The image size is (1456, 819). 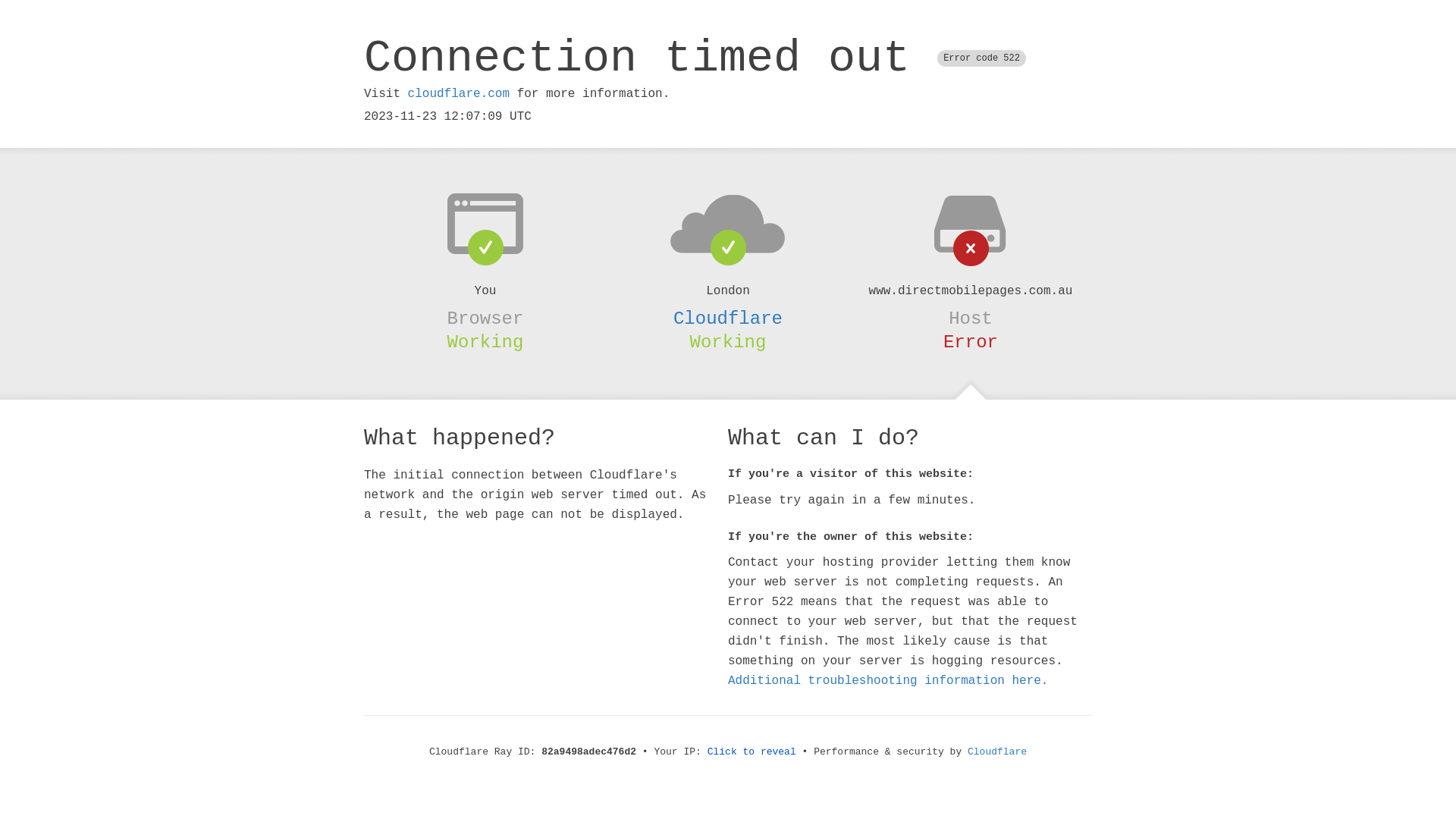 What do you see at coordinates (752, 752) in the screenshot?
I see `'Click to reveal'` at bounding box center [752, 752].